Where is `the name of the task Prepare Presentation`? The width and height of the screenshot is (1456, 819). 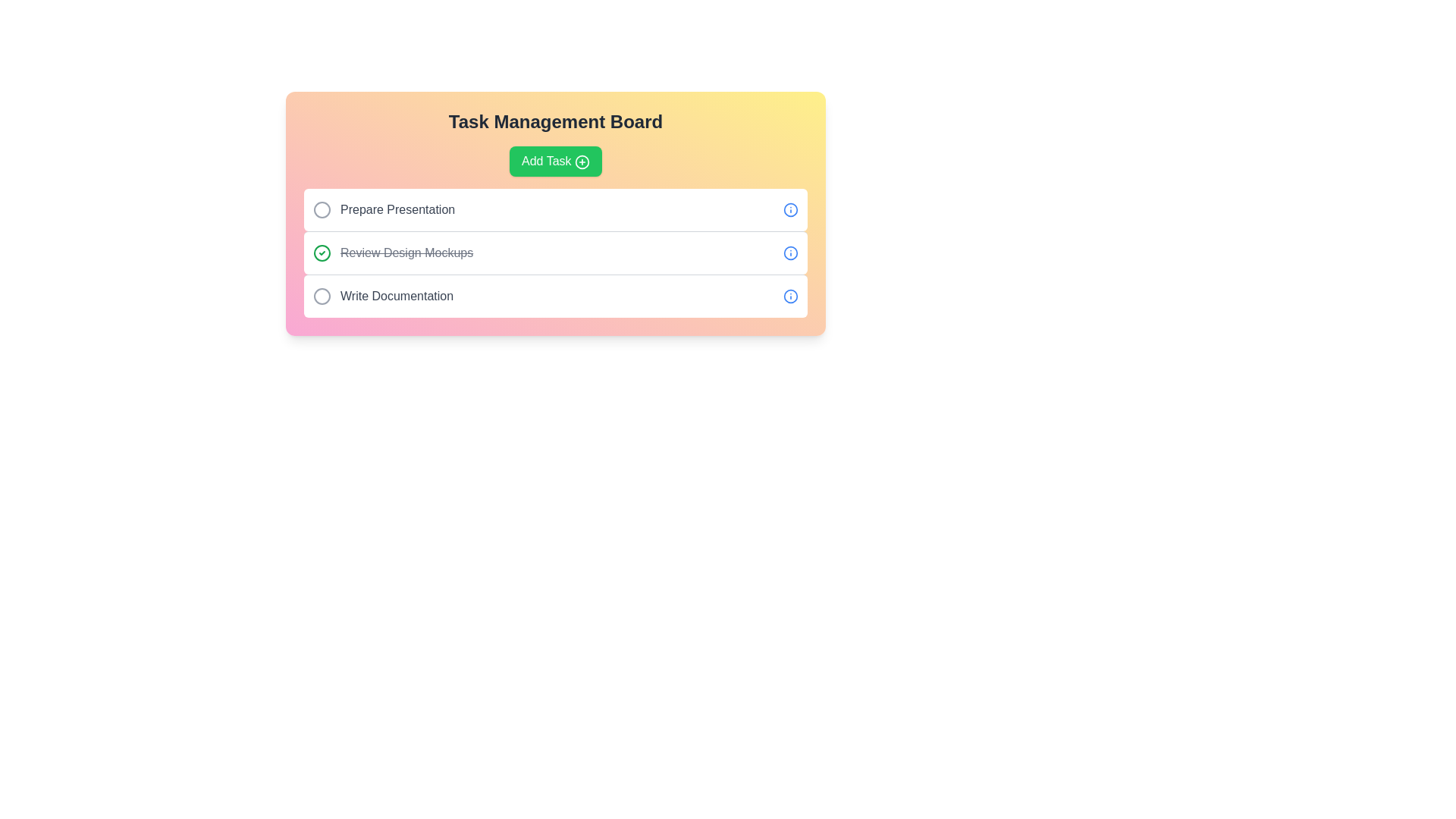 the name of the task Prepare Presentation is located at coordinates (322, 210).